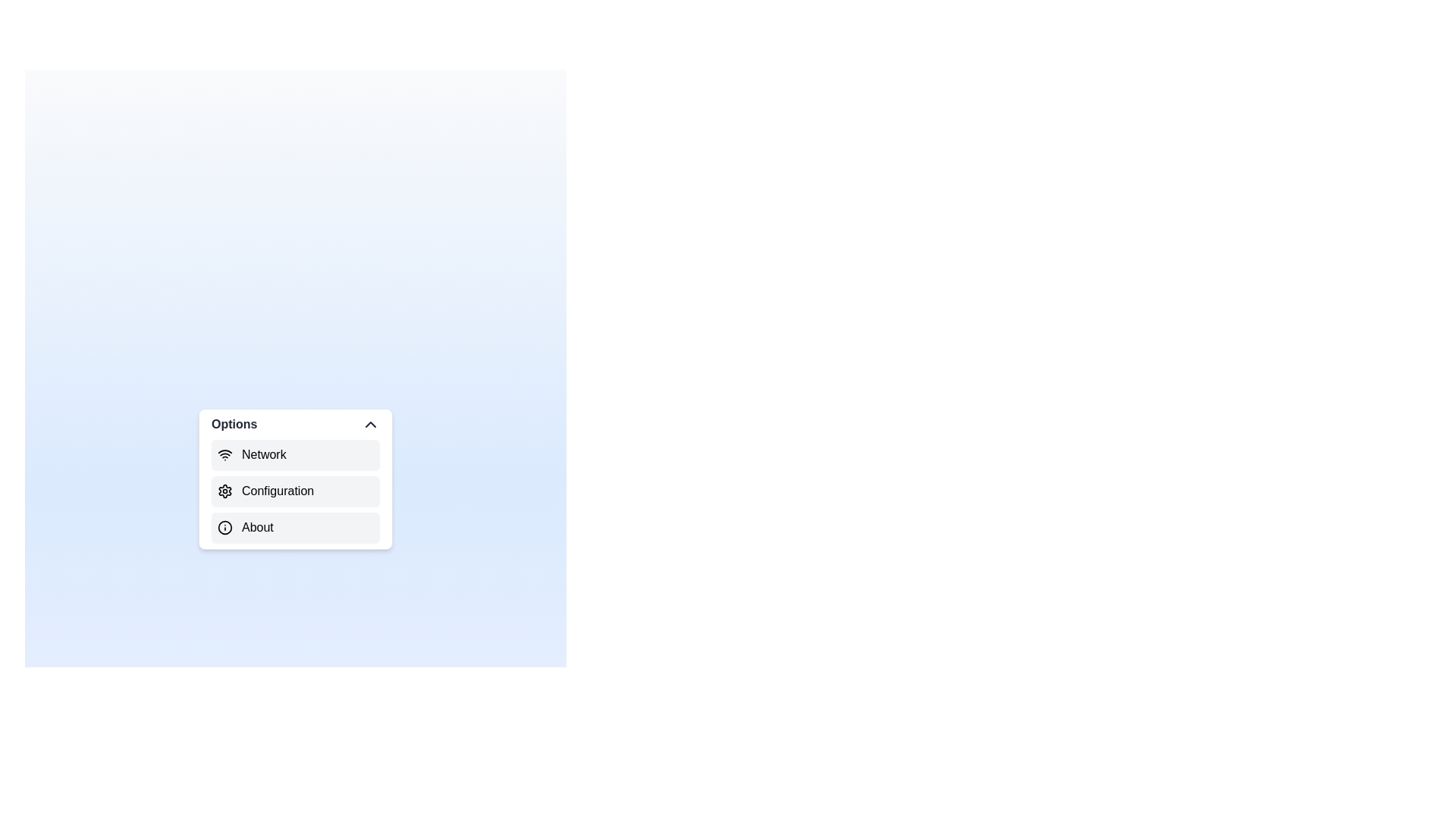 Image resolution: width=1456 pixels, height=819 pixels. Describe the element at coordinates (295, 491) in the screenshot. I see `the menu item labeled Configuration to explore its options` at that location.